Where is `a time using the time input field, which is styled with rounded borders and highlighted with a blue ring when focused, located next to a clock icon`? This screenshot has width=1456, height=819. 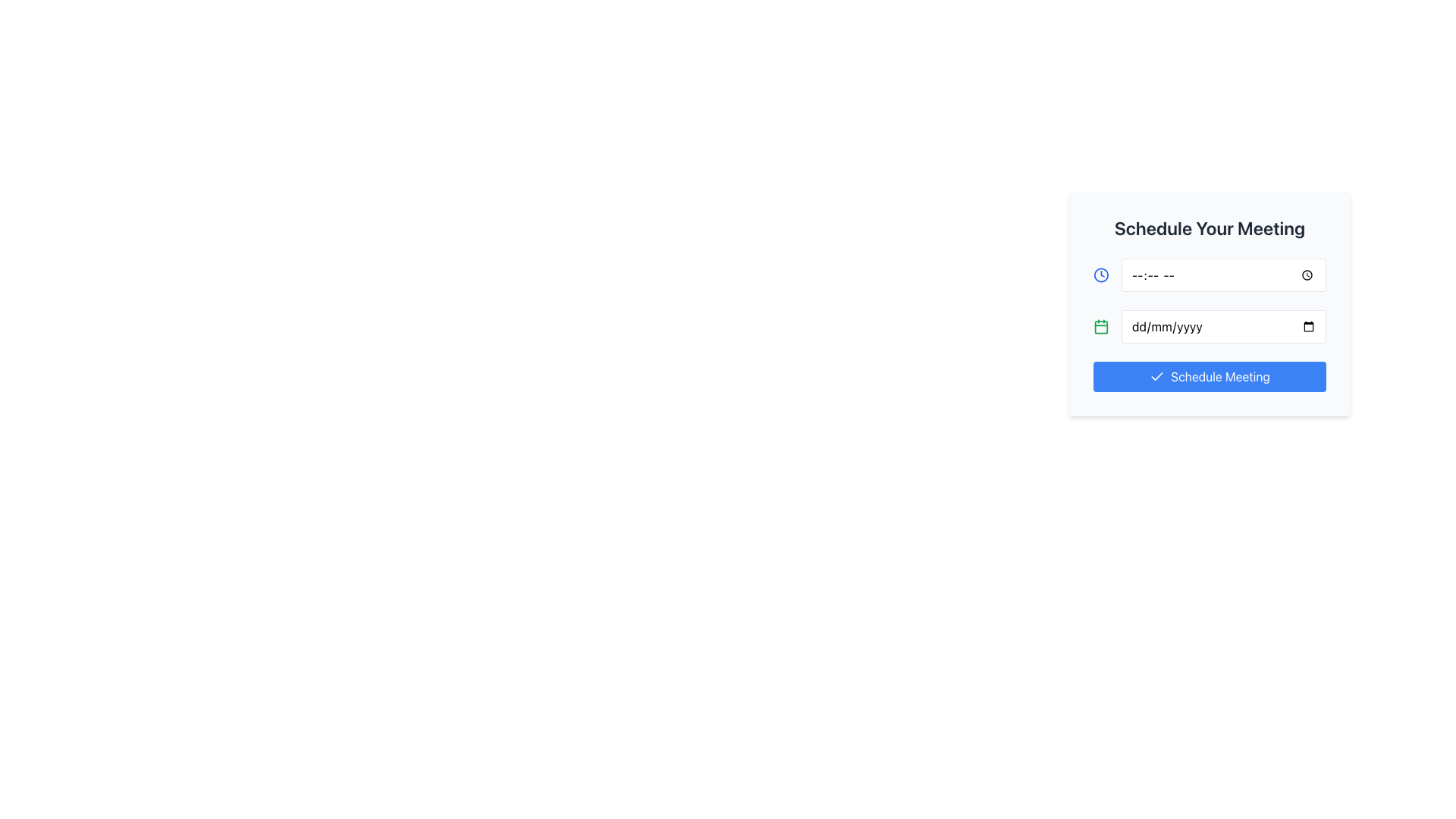 a time using the time input field, which is styled with rounded borders and highlighted with a blue ring when focused, located next to a clock icon is located at coordinates (1223, 275).